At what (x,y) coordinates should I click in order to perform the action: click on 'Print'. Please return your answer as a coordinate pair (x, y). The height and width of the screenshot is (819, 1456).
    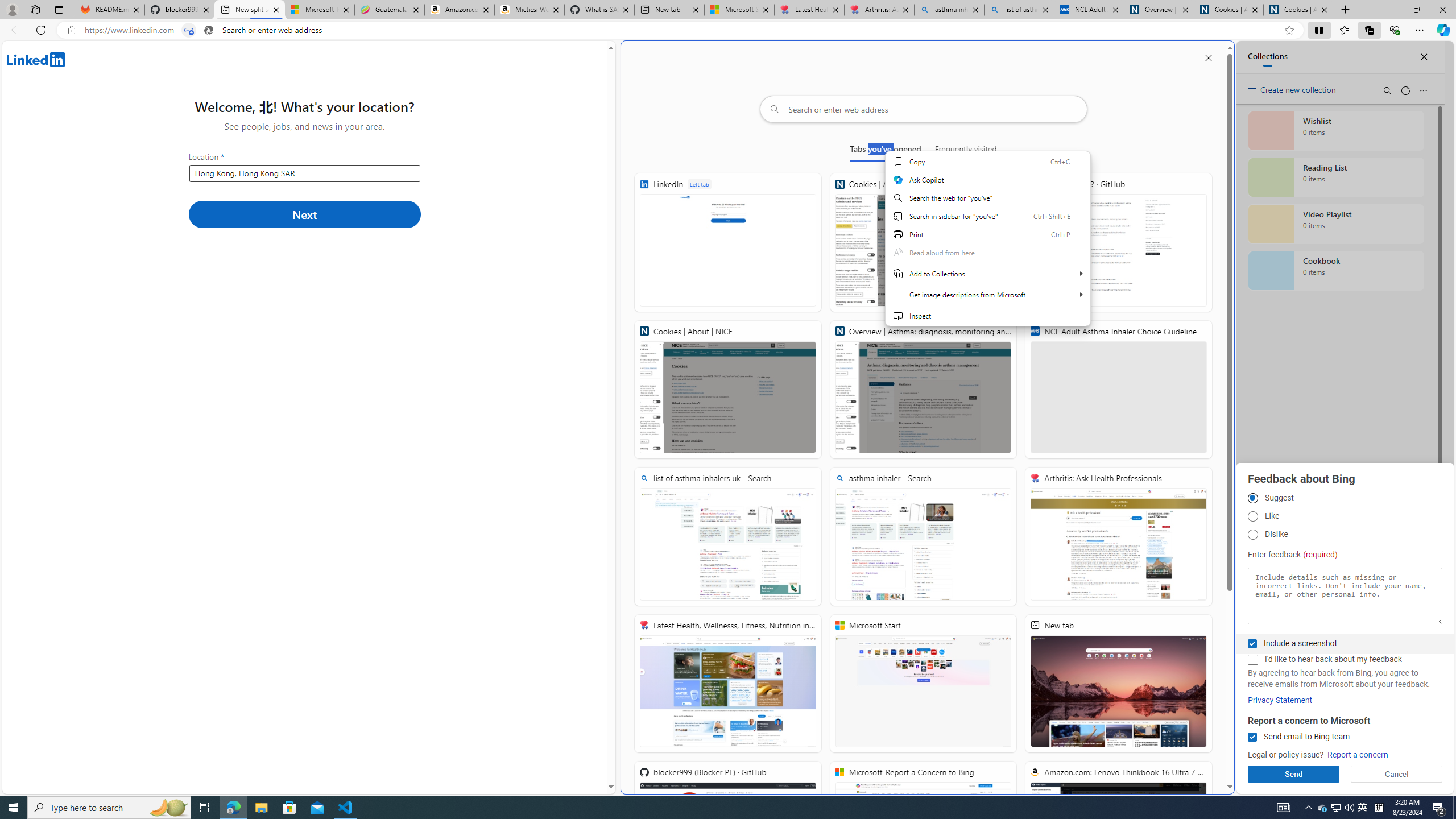
    Looking at the image, I should click on (987, 233).